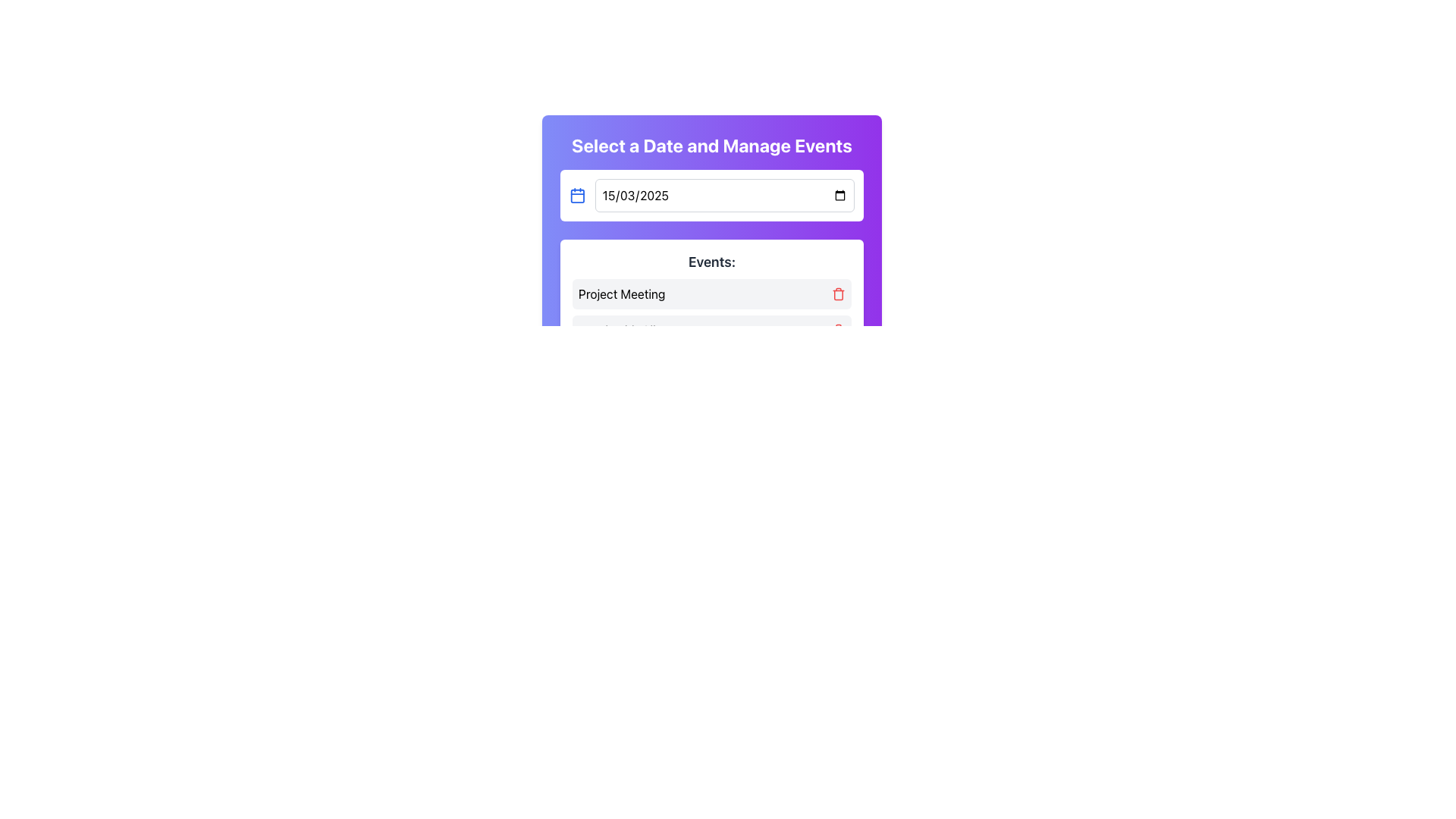 This screenshot has width=1456, height=819. Describe the element at coordinates (711, 329) in the screenshot. I see `the list item labeled 'Lunch with Client', which has a light gray background and a red icon` at that location.